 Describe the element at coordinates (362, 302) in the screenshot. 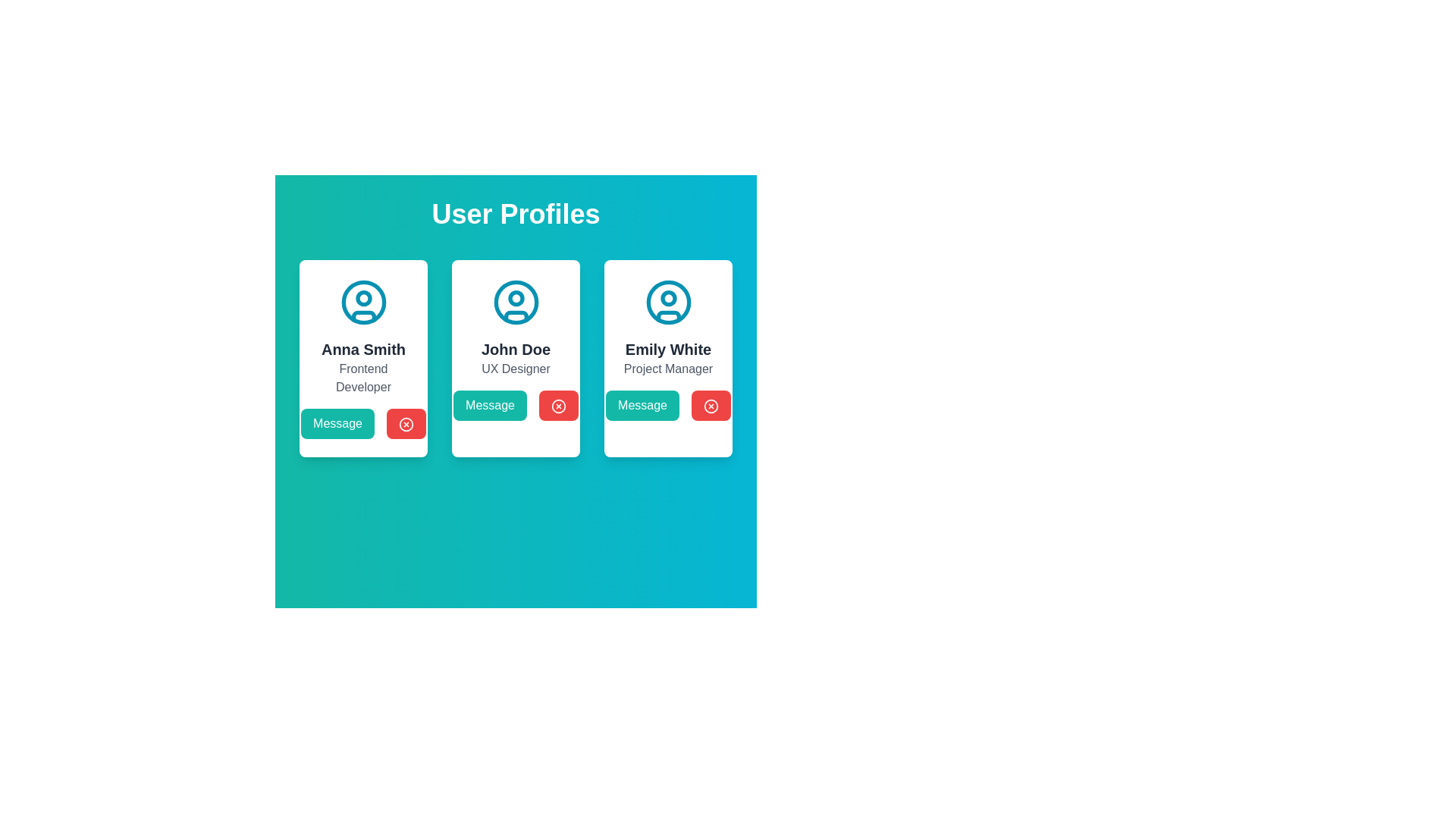

I see `the user profile icon, which is an abstract style graphic of a simplified human figure in a cyan circular boundary, located at the top of the card labeled 'Anna Smith'` at that location.